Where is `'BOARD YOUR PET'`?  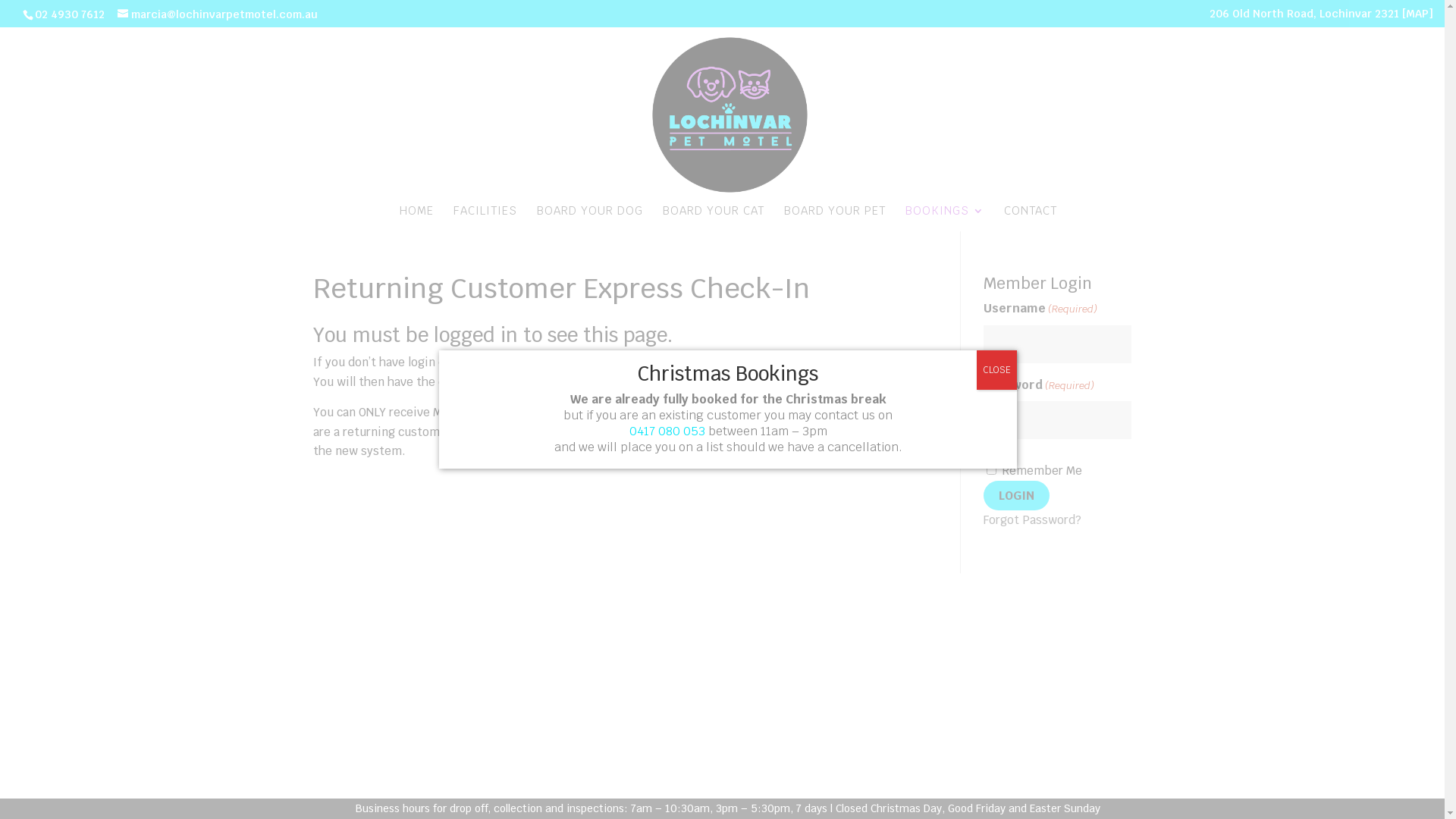 'BOARD YOUR PET' is located at coordinates (833, 218).